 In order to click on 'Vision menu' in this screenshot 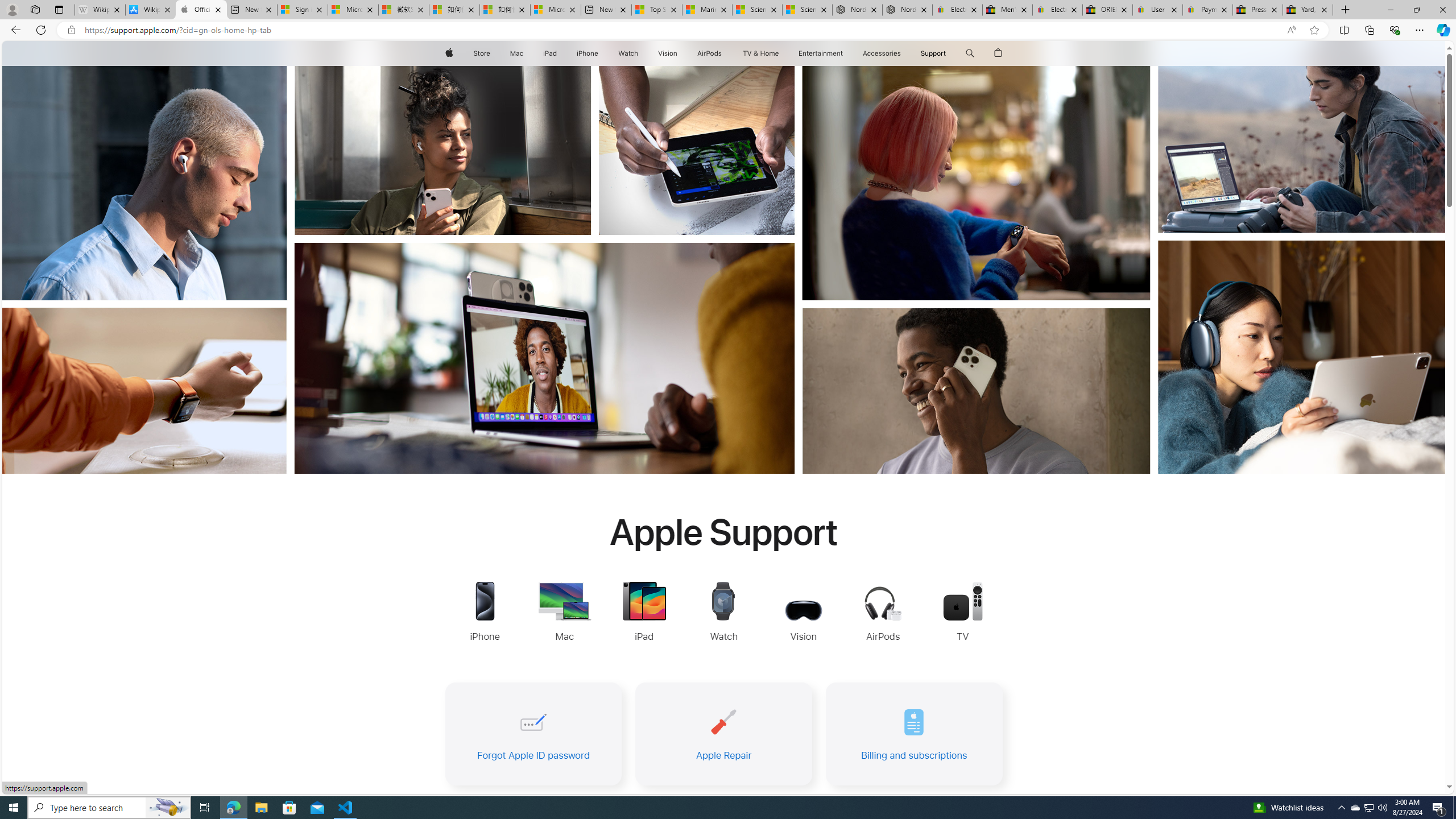, I will do `click(679, 53)`.